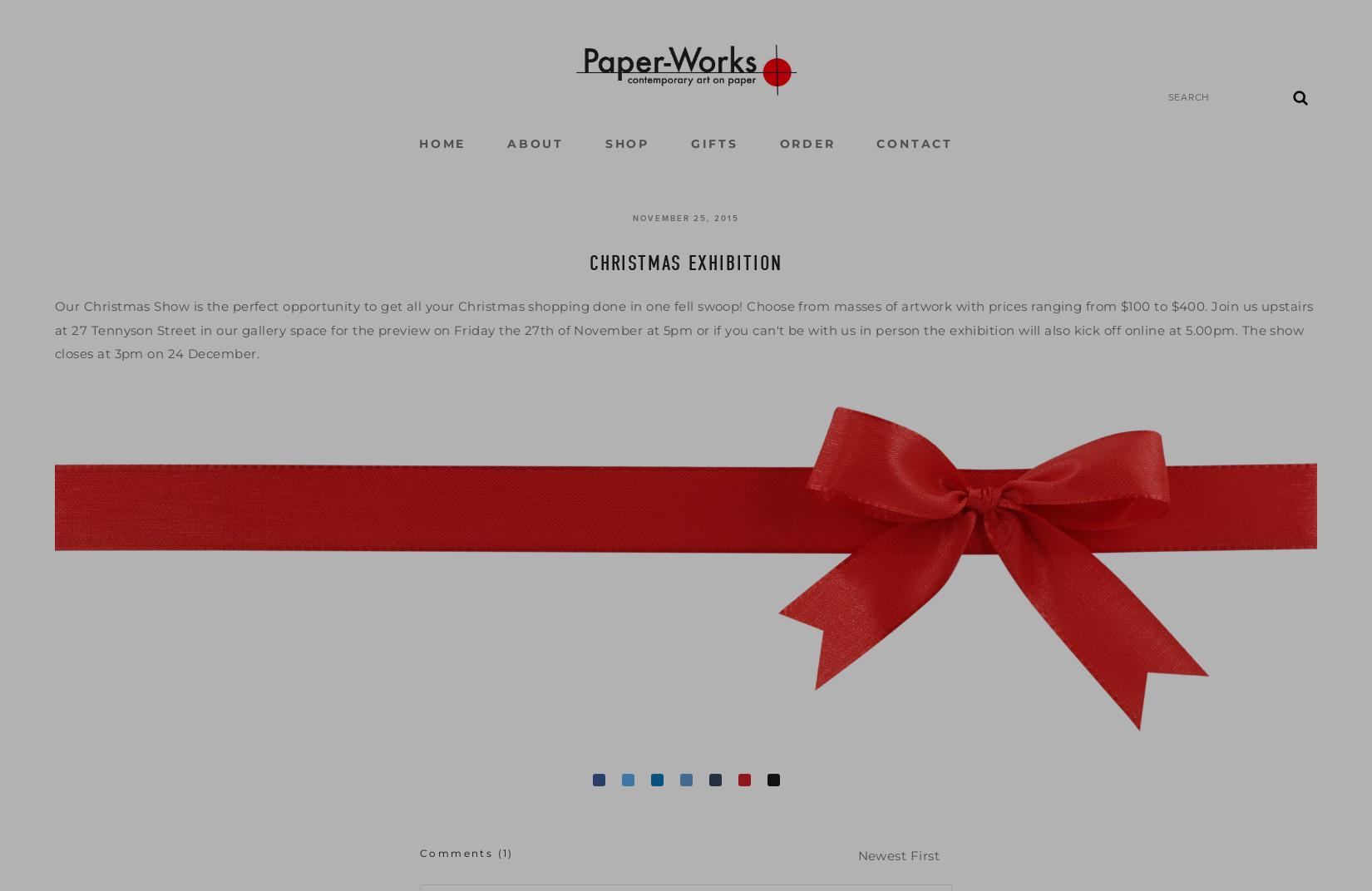  What do you see at coordinates (625, 143) in the screenshot?
I see `'SHOP'` at bounding box center [625, 143].